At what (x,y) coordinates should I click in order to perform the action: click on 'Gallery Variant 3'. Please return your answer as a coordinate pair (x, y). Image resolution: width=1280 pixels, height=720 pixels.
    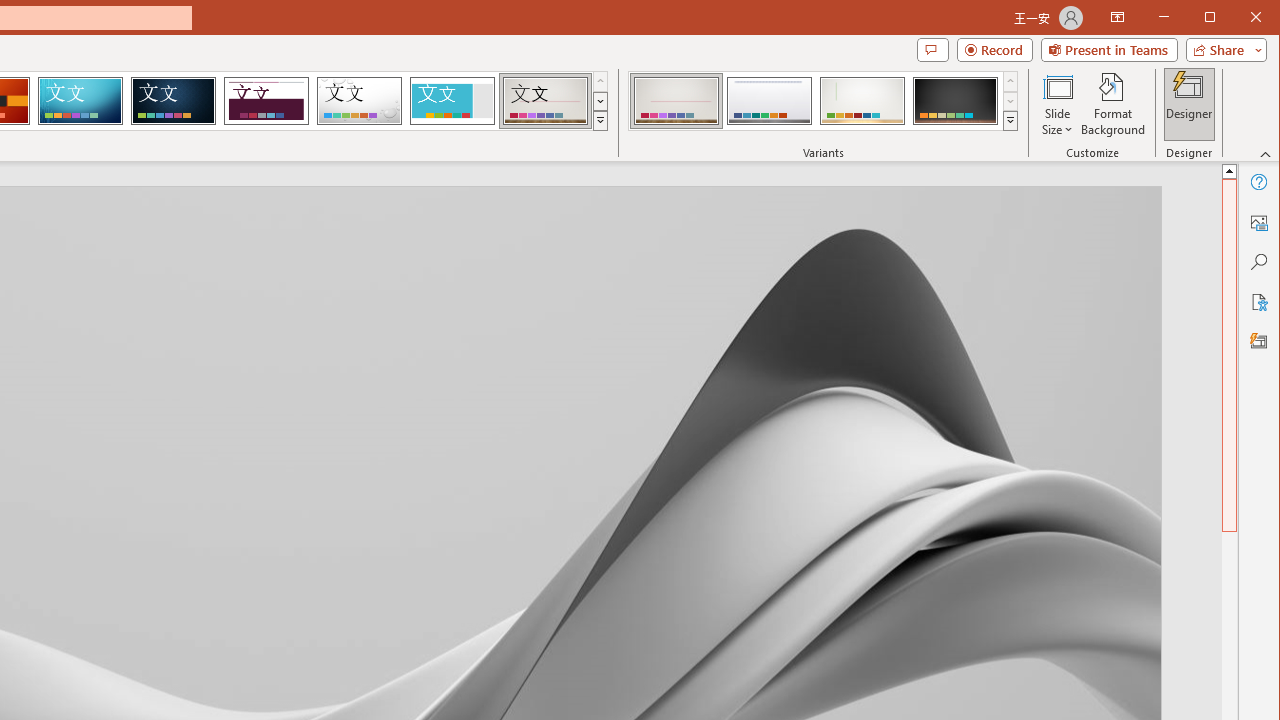
    Looking at the image, I should click on (862, 100).